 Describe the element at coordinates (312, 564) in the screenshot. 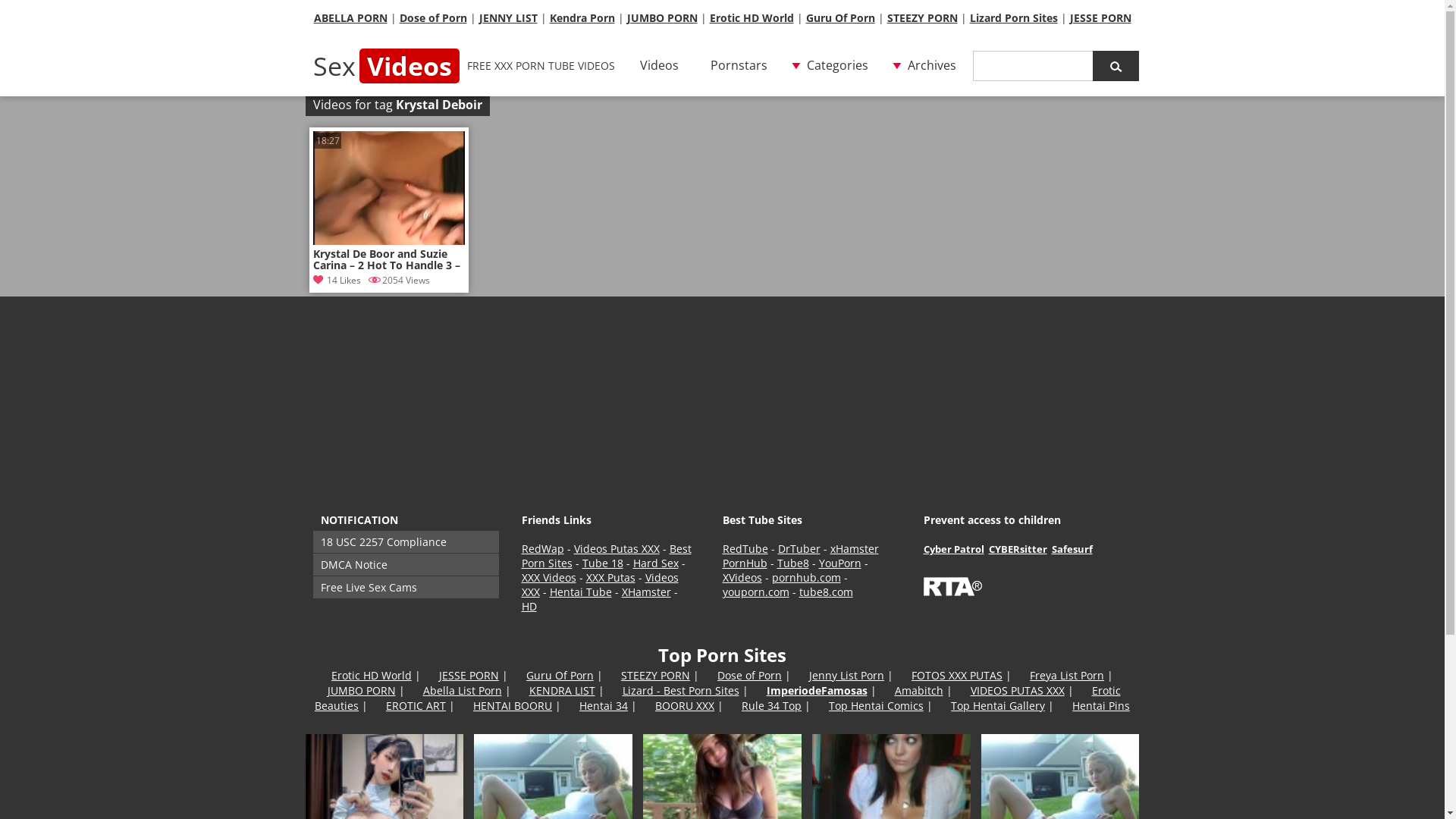

I see `'DMCA Notice'` at that location.